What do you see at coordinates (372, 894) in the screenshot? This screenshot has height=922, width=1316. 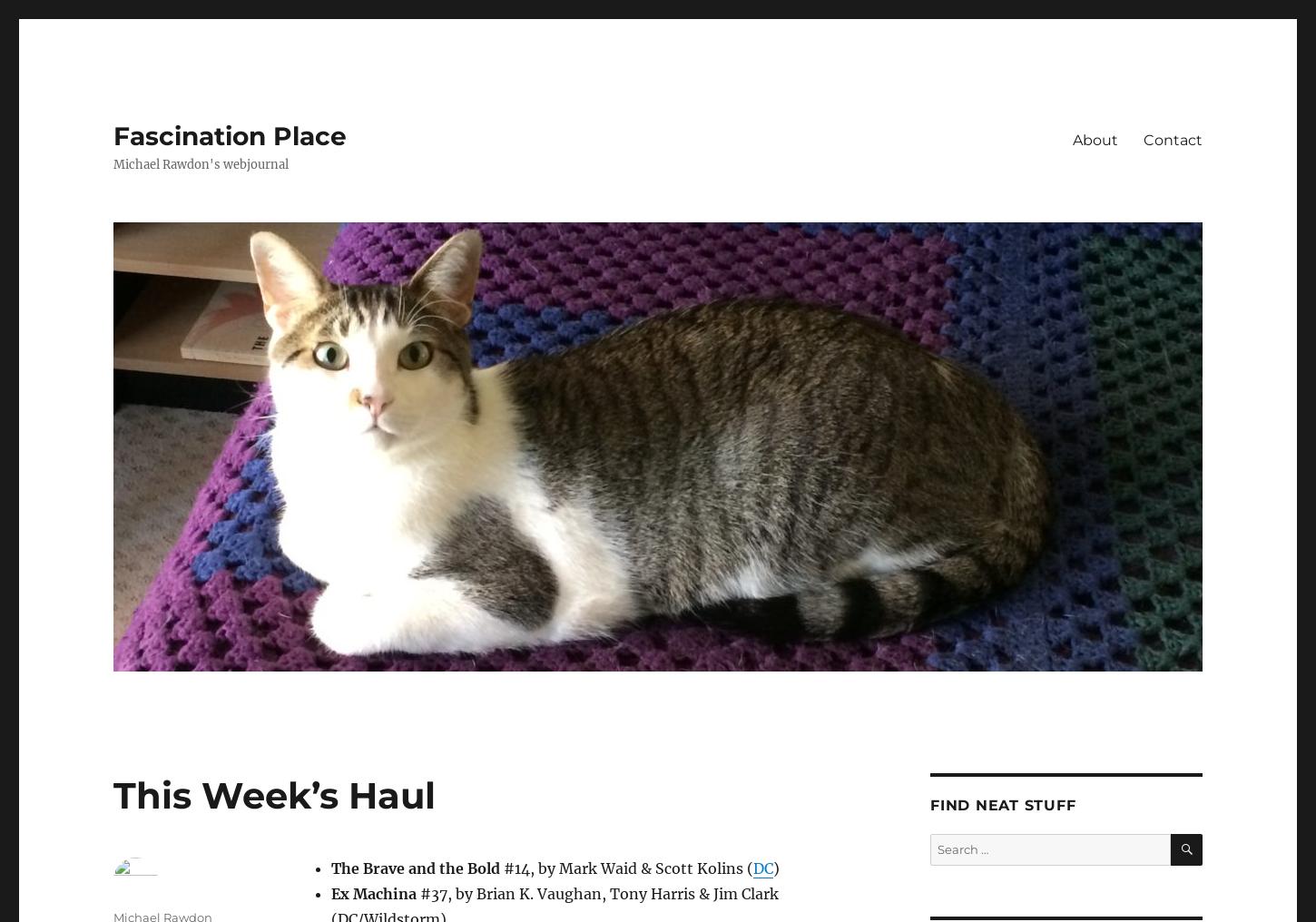 I see `'Ex Machina'` at bounding box center [372, 894].